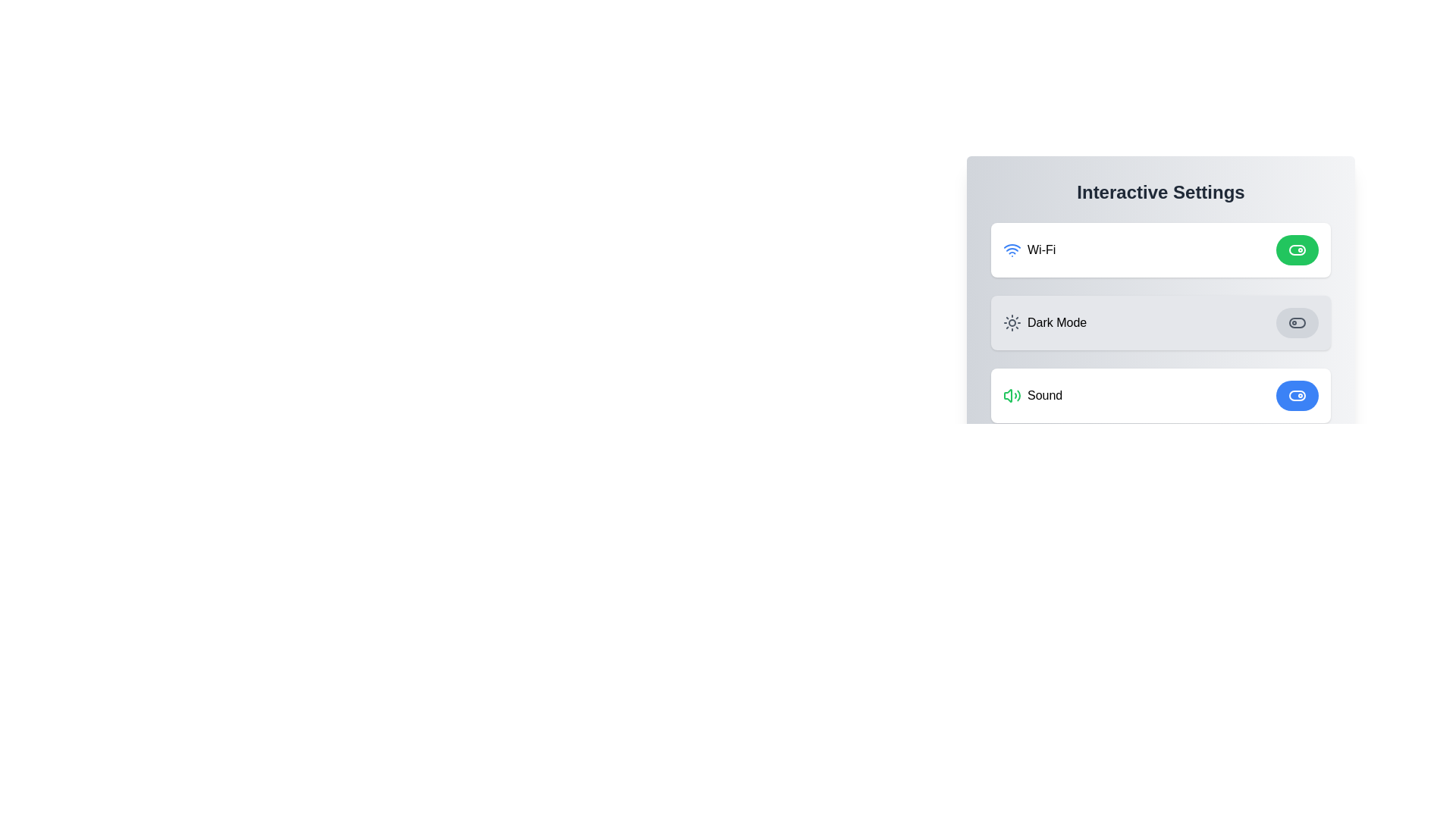 The height and width of the screenshot is (819, 1456). I want to click on the interactive toggle option for dark mode setting, which is the second item in the 'Interactive Settings' card, so click(1160, 322).